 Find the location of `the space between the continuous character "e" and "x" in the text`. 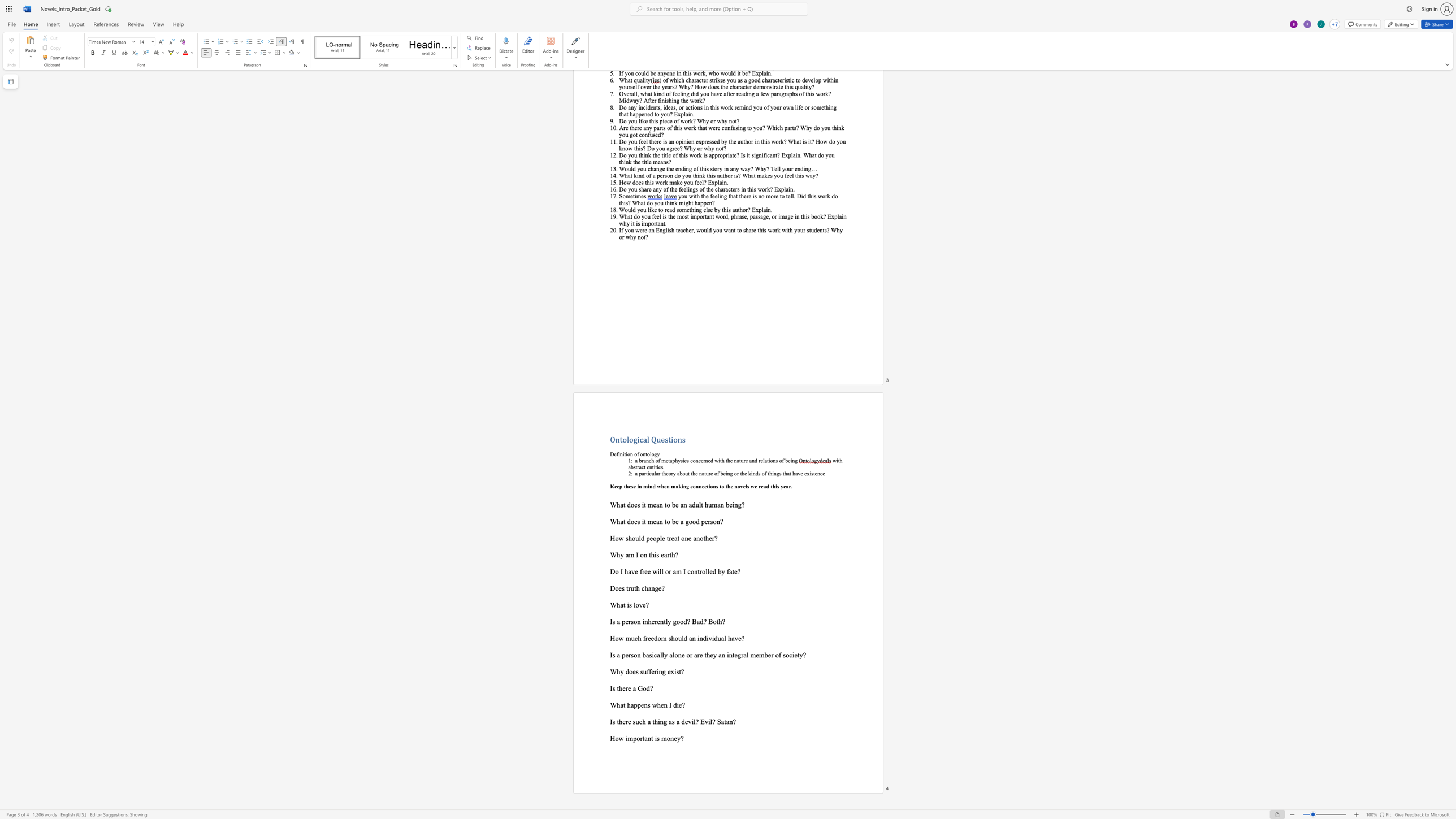

the space between the continuous character "e" and "x" in the text is located at coordinates (671, 671).